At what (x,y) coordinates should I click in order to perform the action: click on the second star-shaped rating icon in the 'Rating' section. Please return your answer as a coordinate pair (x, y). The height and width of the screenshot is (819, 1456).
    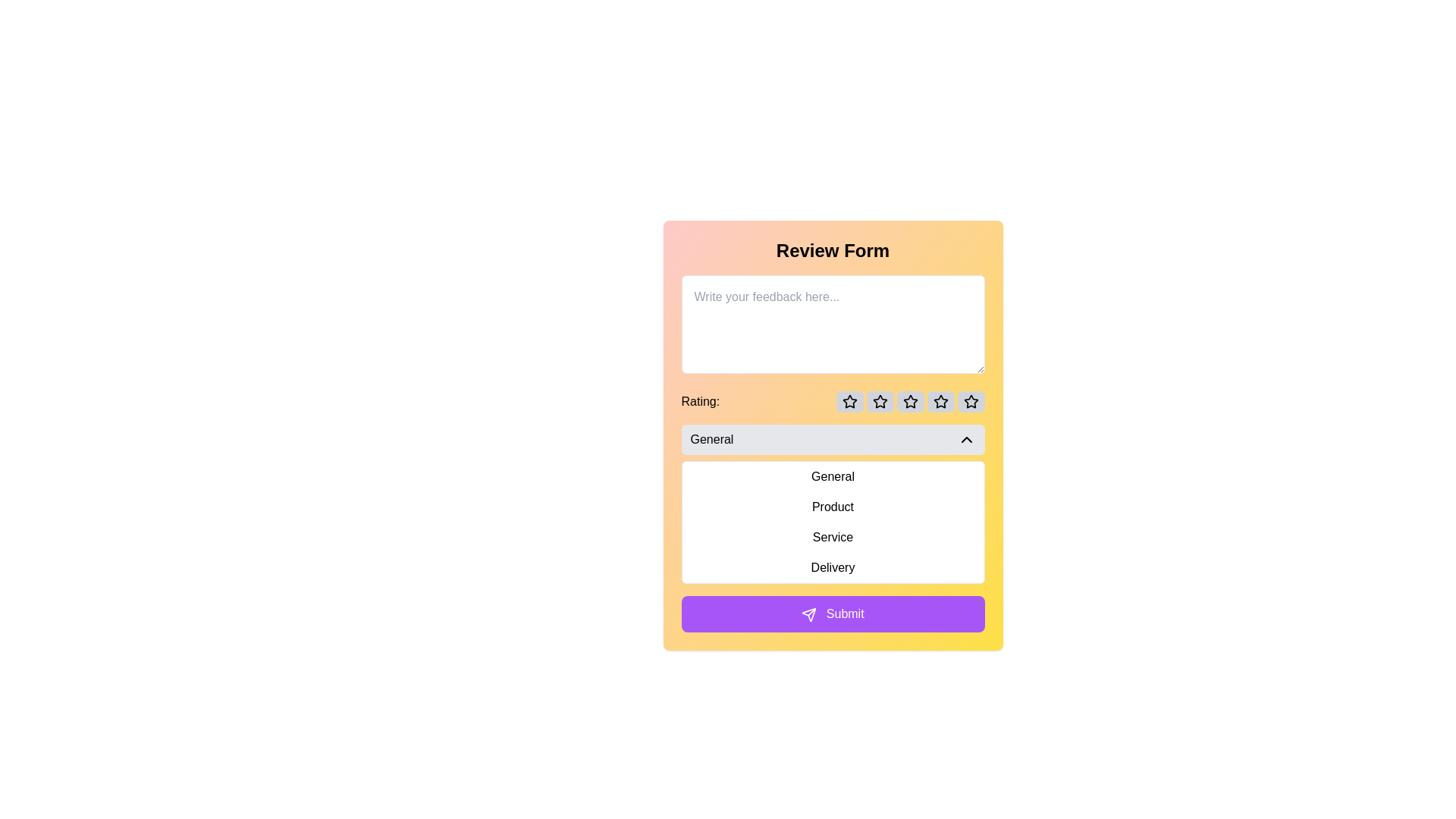
    Looking at the image, I should click on (880, 400).